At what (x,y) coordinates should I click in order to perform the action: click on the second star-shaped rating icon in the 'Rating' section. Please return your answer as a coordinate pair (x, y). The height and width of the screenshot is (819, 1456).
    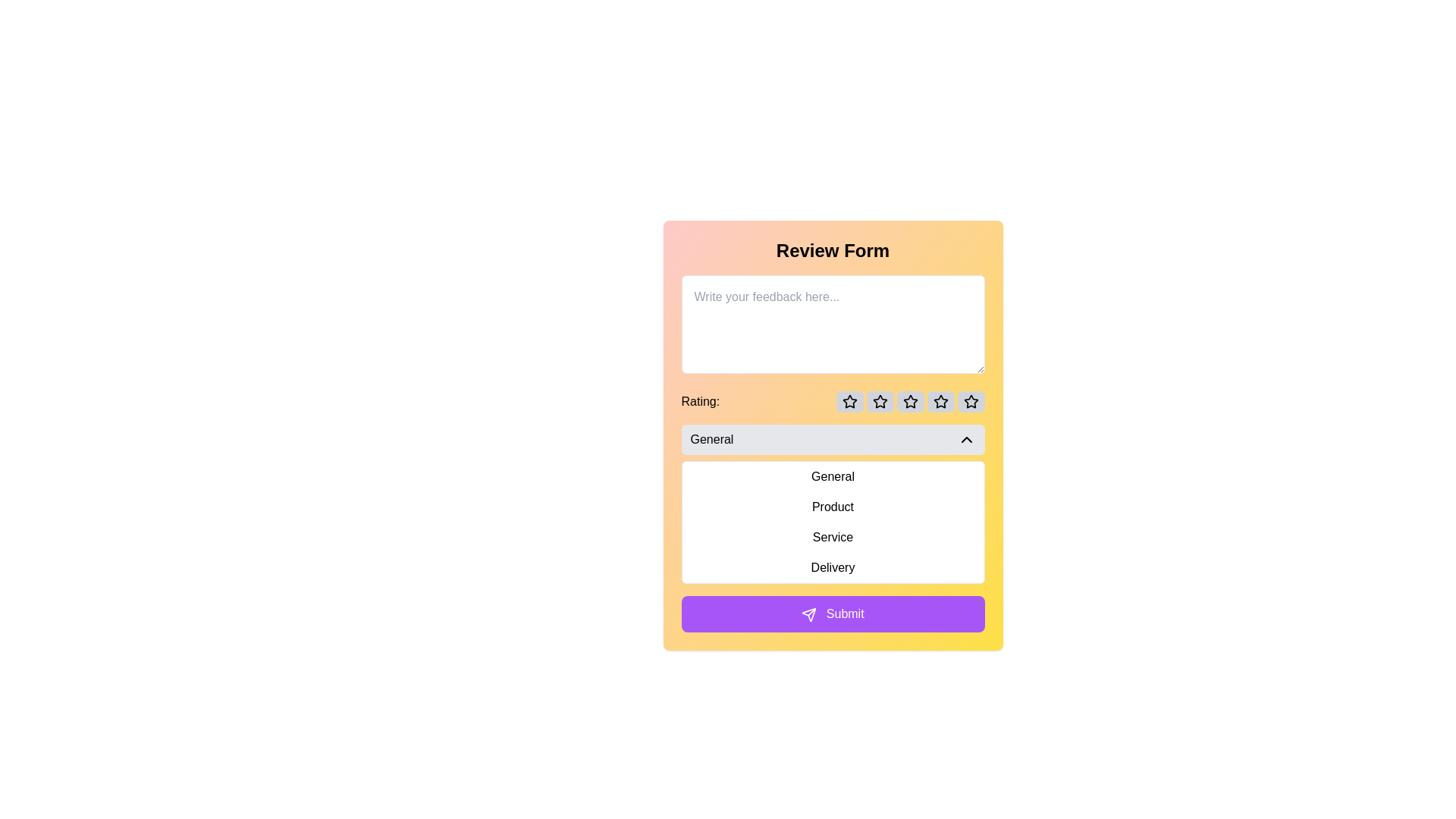
    Looking at the image, I should click on (880, 400).